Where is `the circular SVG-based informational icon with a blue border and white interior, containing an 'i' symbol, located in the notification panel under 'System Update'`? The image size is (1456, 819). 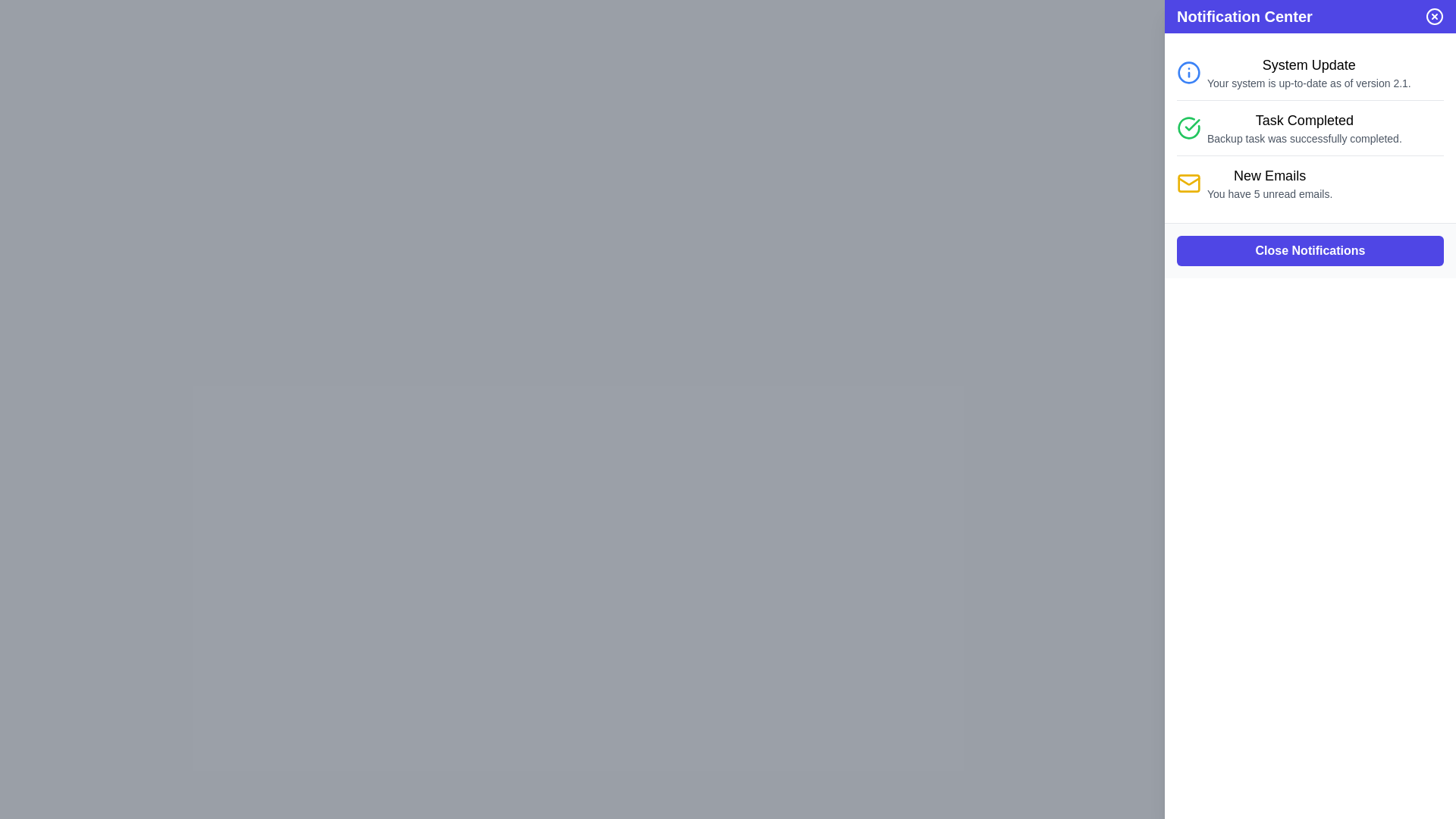 the circular SVG-based informational icon with a blue border and white interior, containing an 'i' symbol, located in the notification panel under 'System Update' is located at coordinates (1188, 73).